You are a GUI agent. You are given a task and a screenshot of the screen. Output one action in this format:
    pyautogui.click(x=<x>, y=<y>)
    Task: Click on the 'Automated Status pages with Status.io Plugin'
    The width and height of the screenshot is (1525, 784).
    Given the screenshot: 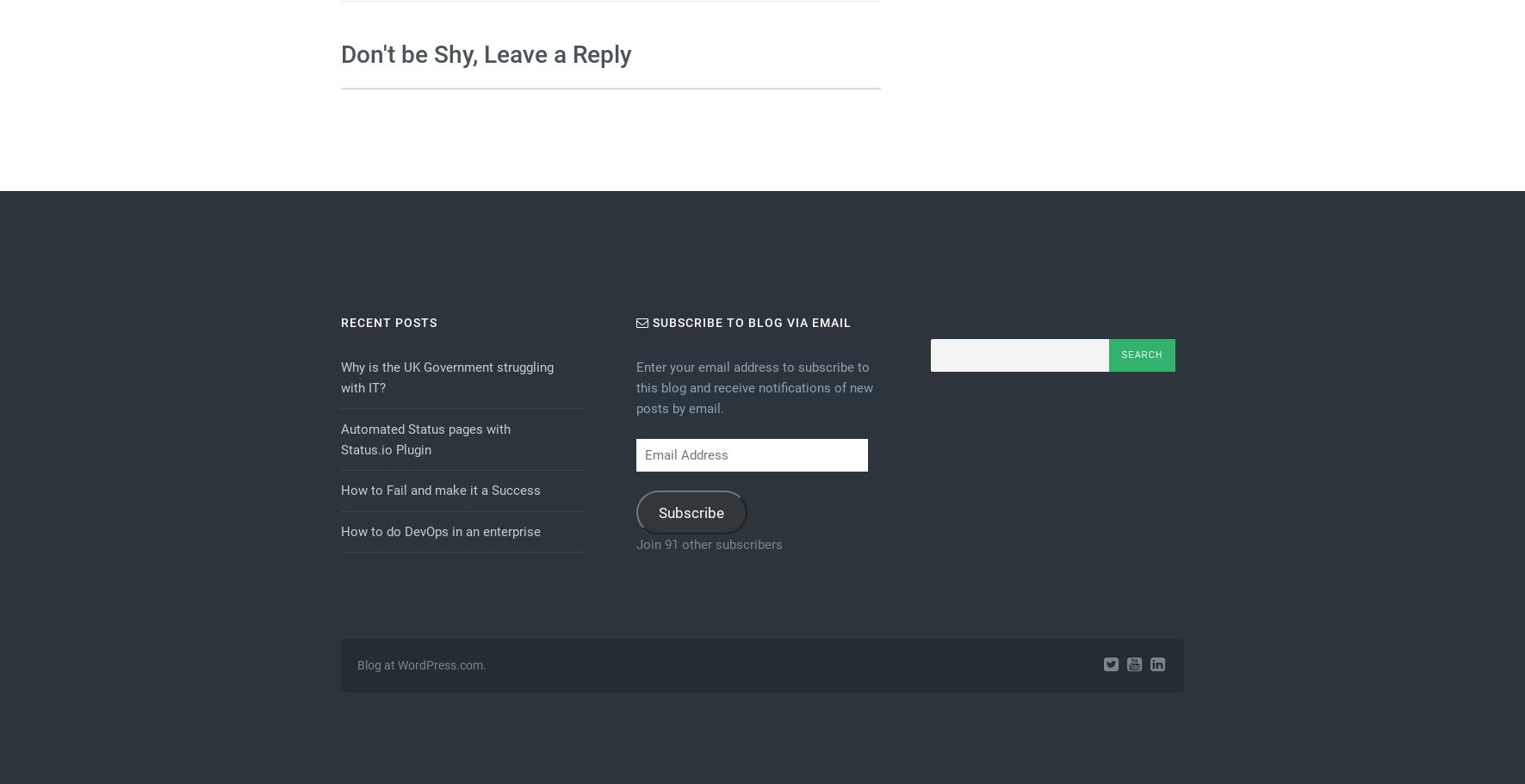 What is the action you would take?
    pyautogui.click(x=425, y=438)
    